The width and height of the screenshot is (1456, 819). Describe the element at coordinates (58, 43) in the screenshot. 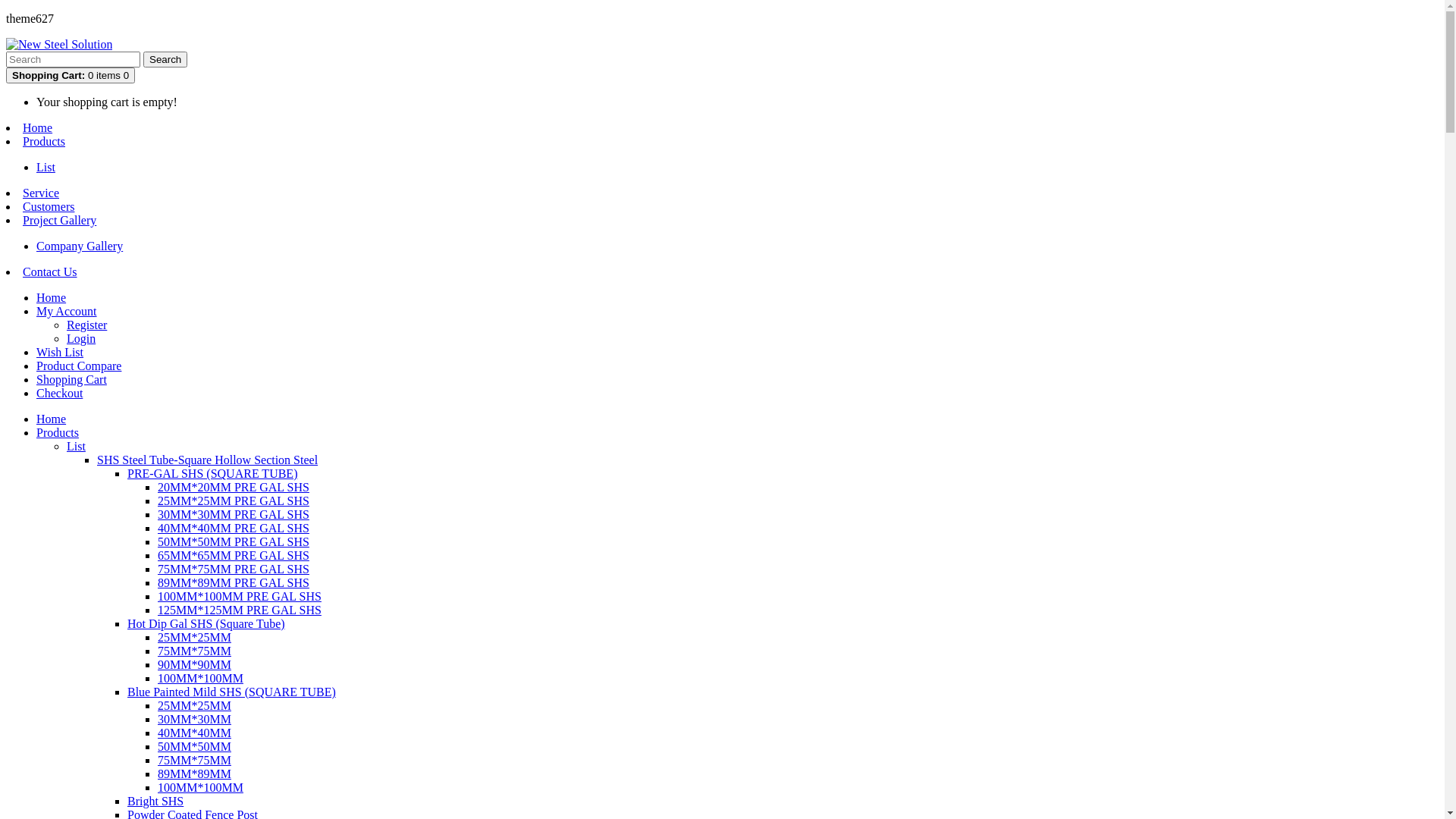

I see `'New Steel Solution'` at that location.